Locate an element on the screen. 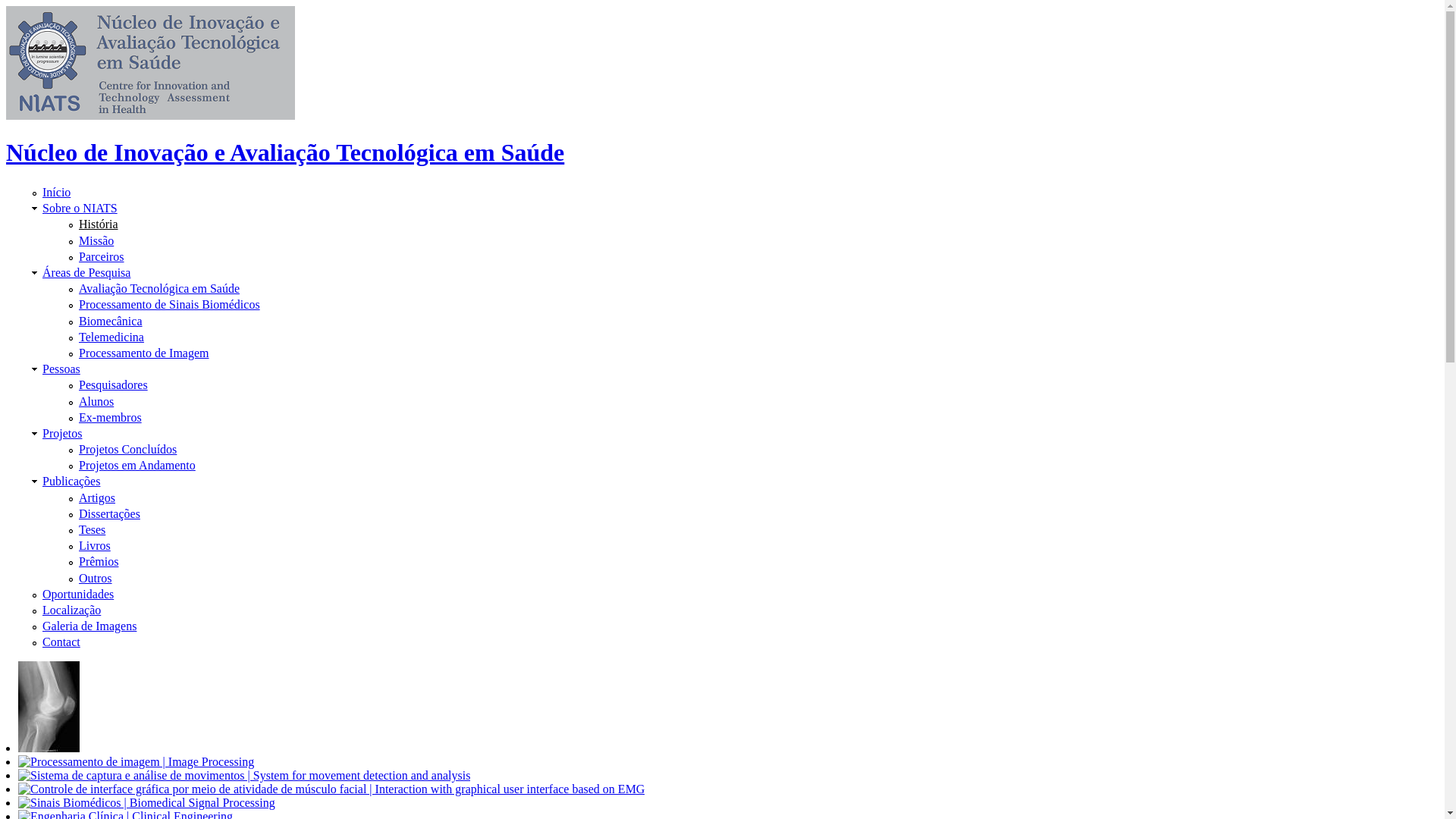  'Ex-membros' is located at coordinates (109, 417).